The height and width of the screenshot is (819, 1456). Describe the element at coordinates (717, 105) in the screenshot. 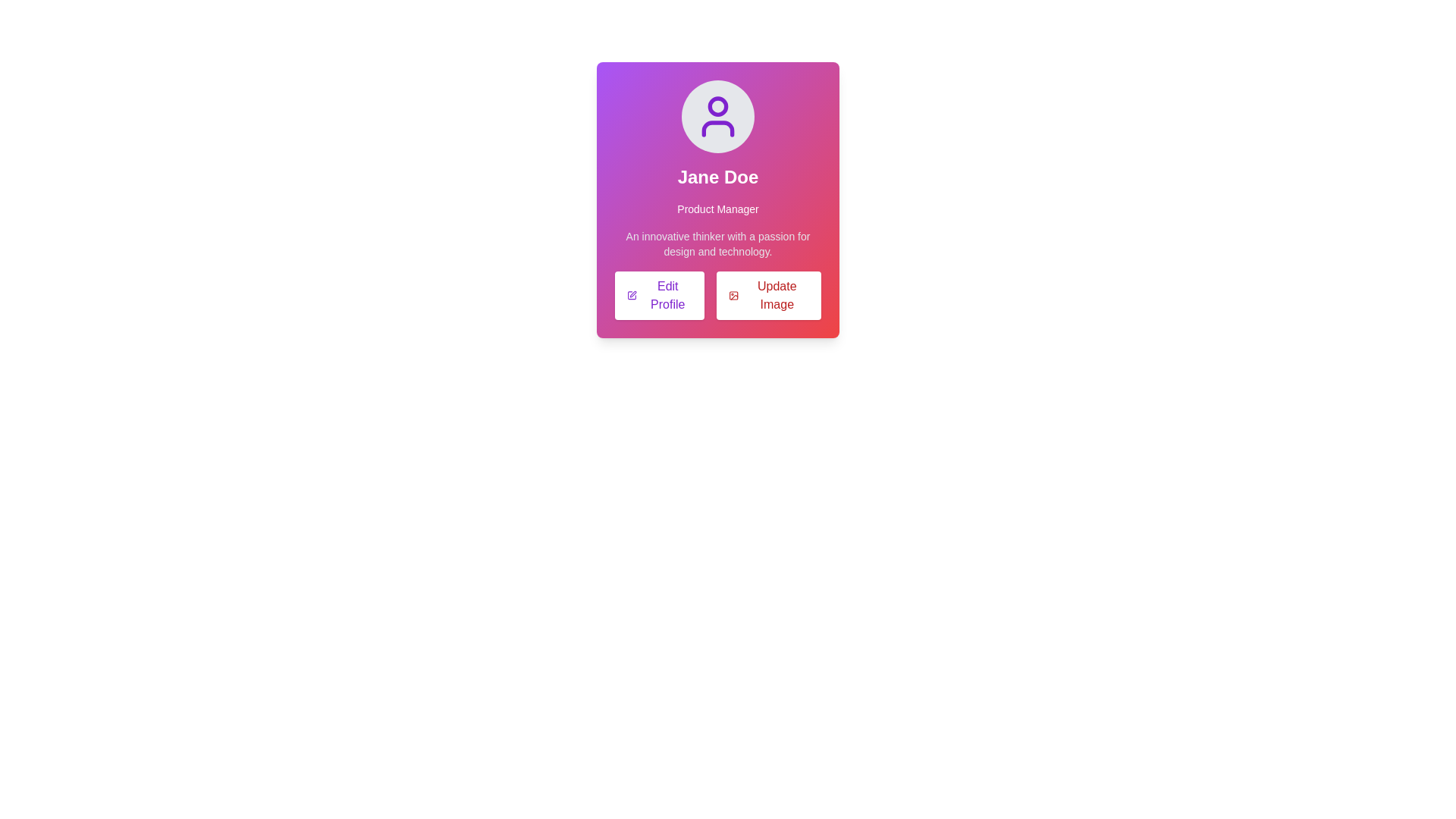

I see `the small circular shape that is part of the user profile icon, located at the top center of the UI card` at that location.